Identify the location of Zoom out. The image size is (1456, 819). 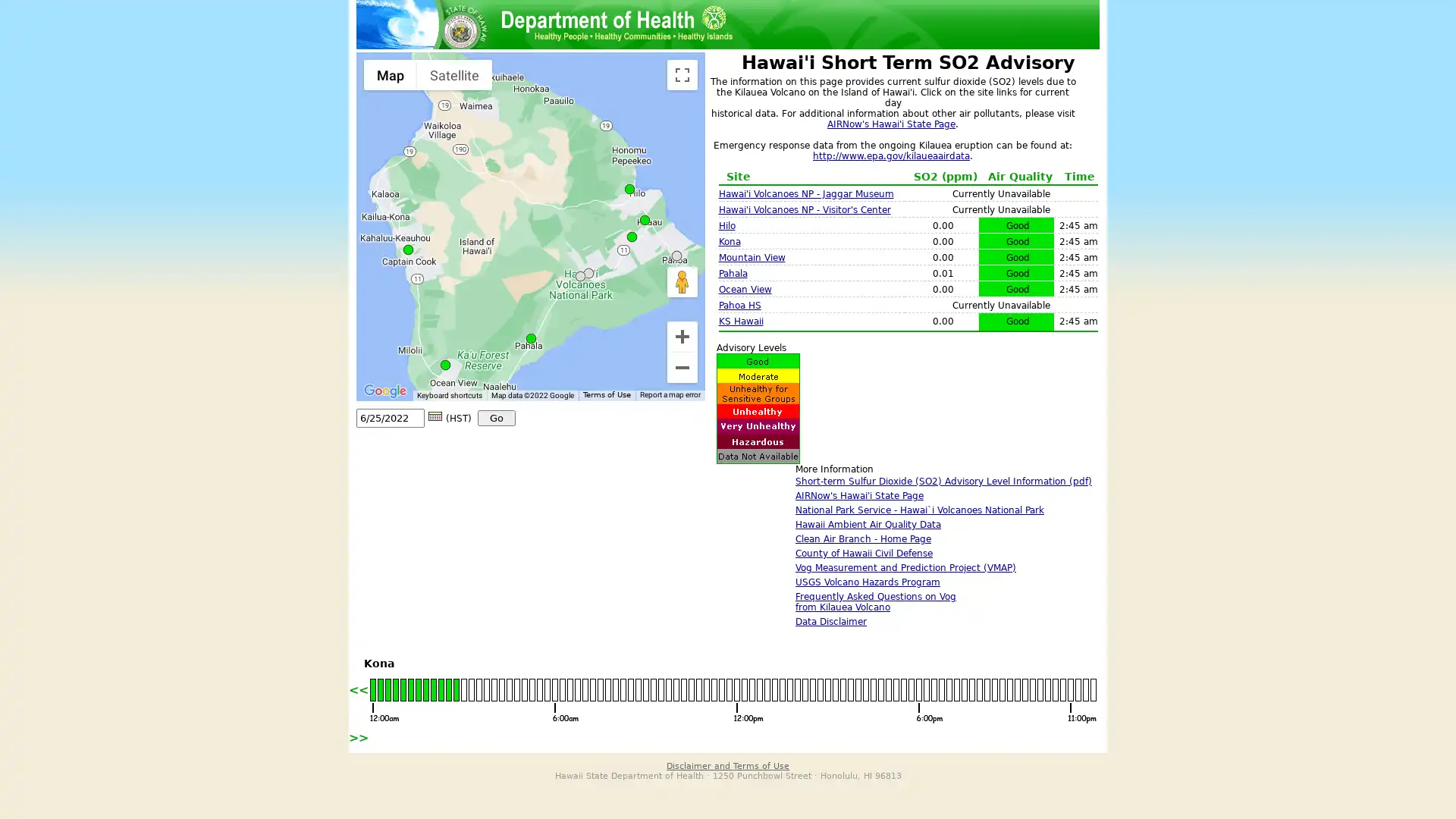
(682, 368).